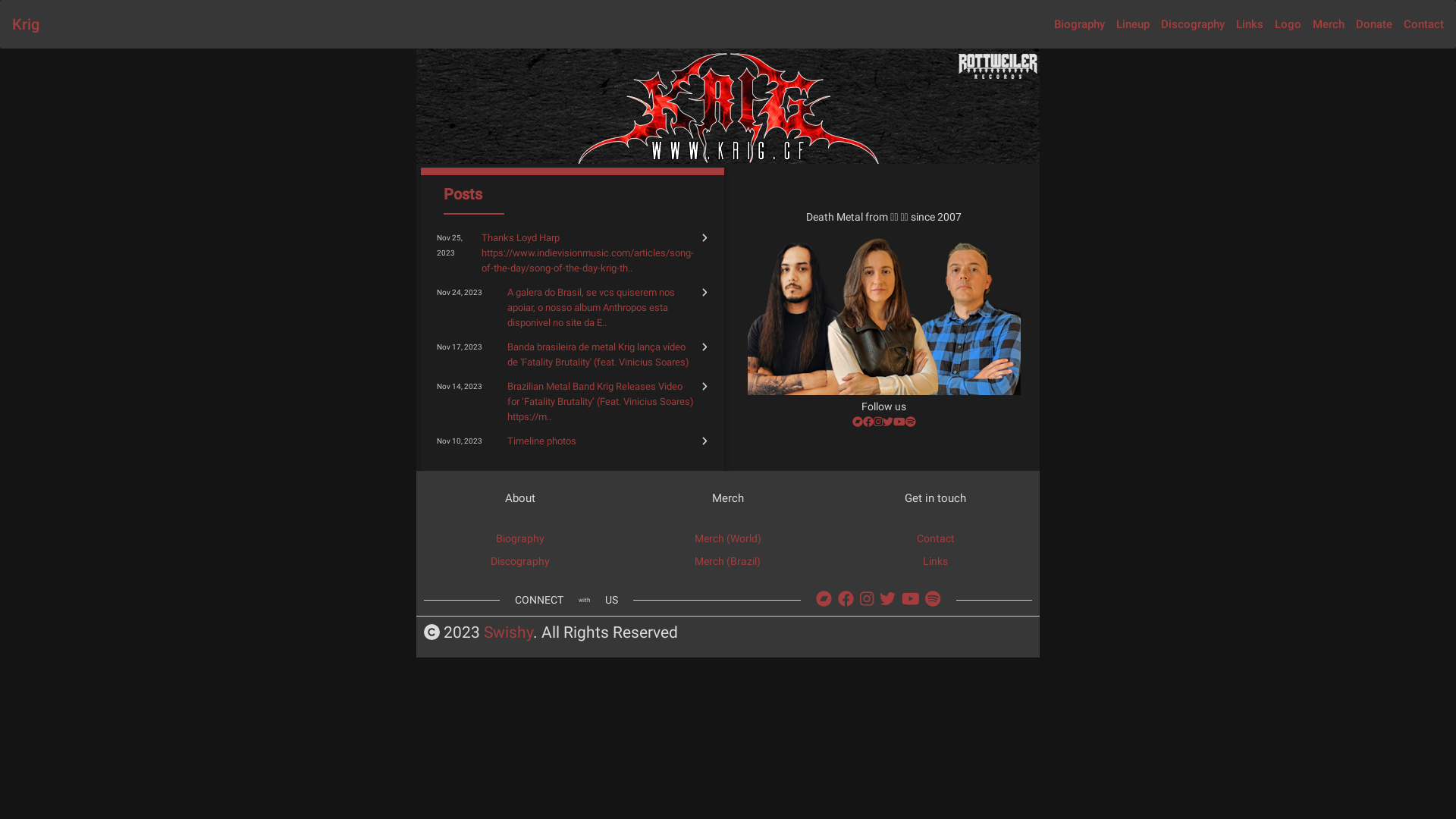 The width and height of the screenshot is (1456, 819). Describe the element at coordinates (1053, 24) in the screenshot. I see `'Biography'` at that location.